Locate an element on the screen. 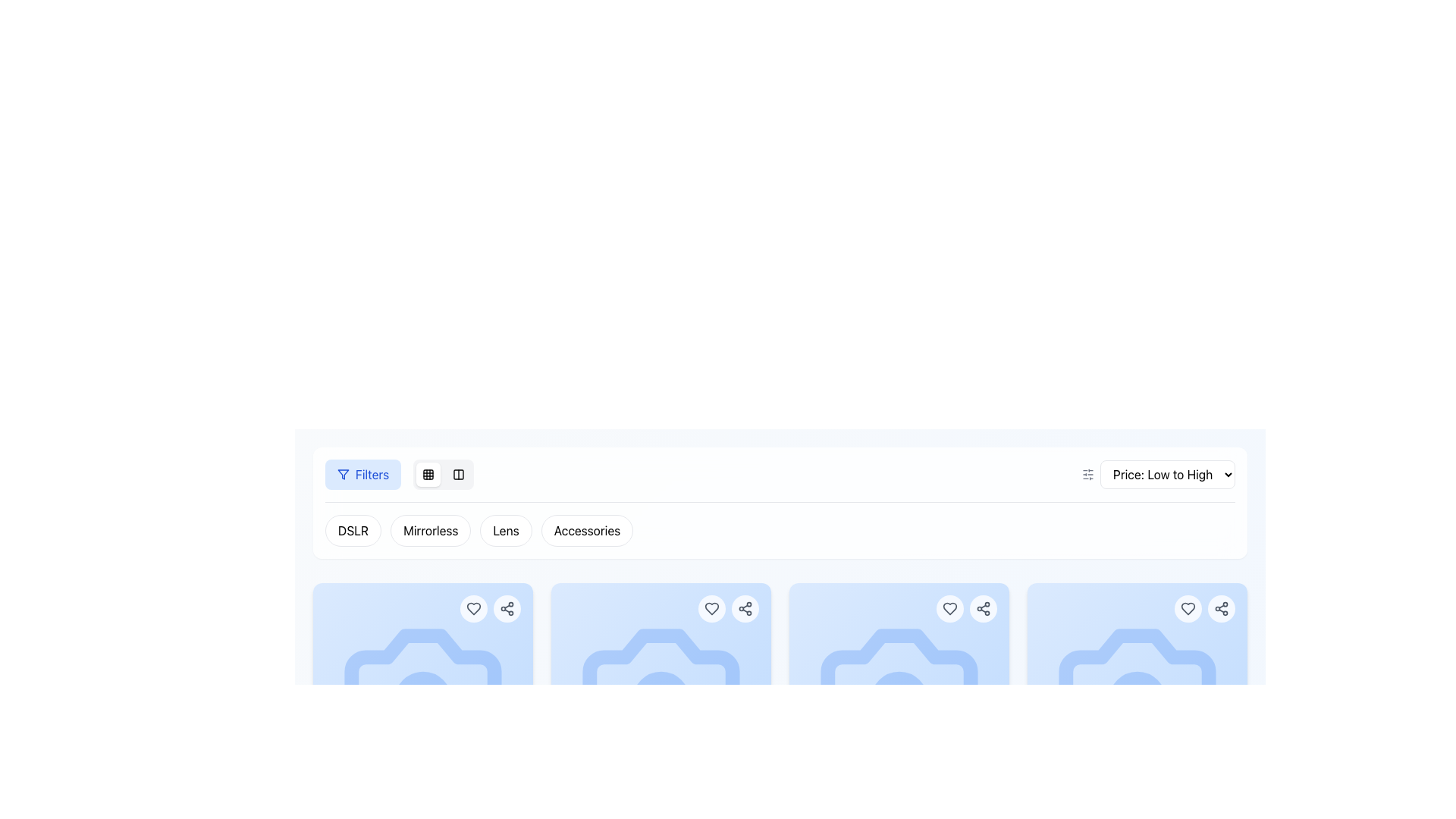  the layout switch button located in the top section of the interface, positioned between the filter icon and the layout selection icon is located at coordinates (428, 473).